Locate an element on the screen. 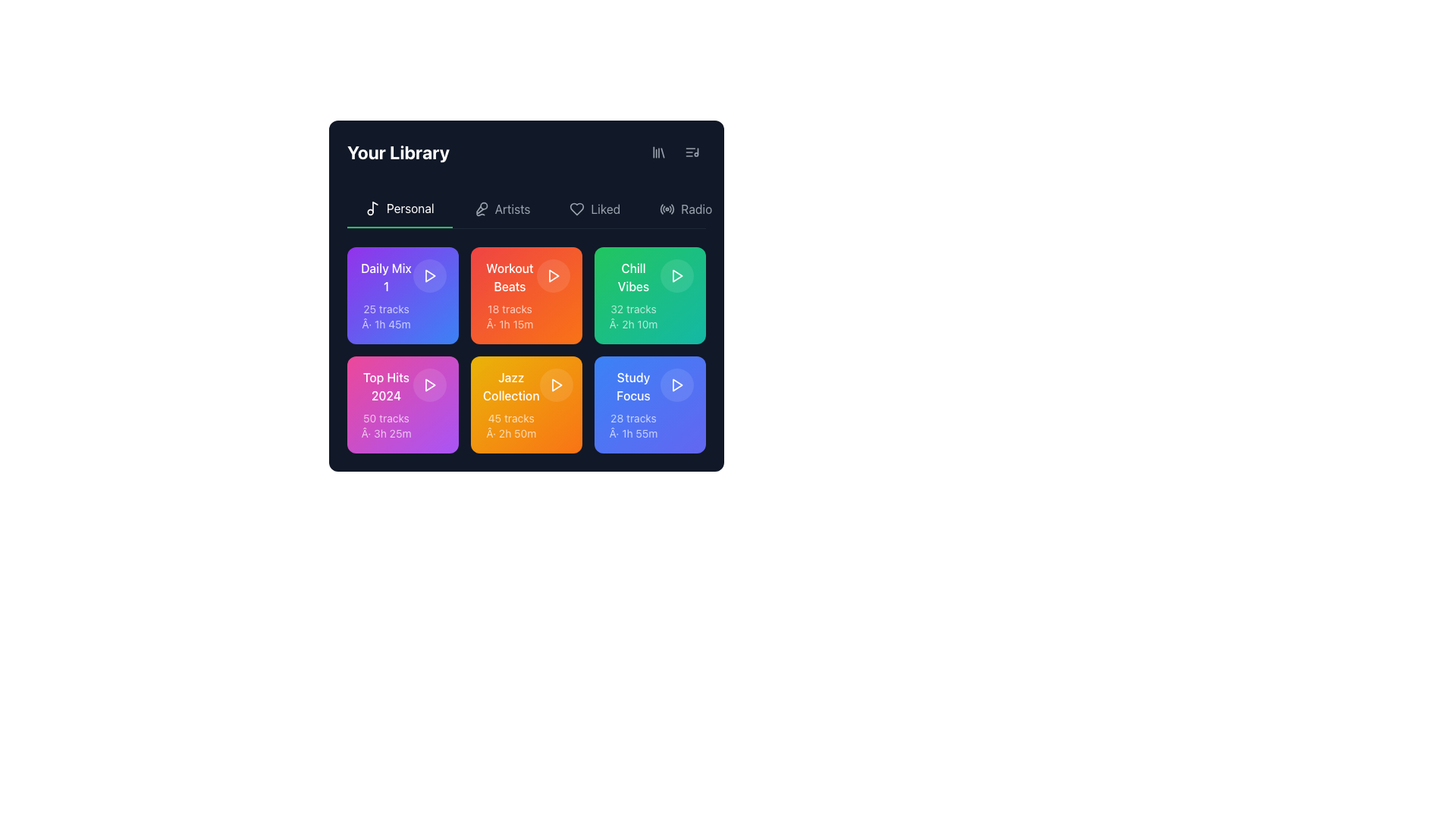  the 'Daily Mix 1' text label located in the first column of the grid at the top row within the 'Your Library' section is located at coordinates (386, 278).